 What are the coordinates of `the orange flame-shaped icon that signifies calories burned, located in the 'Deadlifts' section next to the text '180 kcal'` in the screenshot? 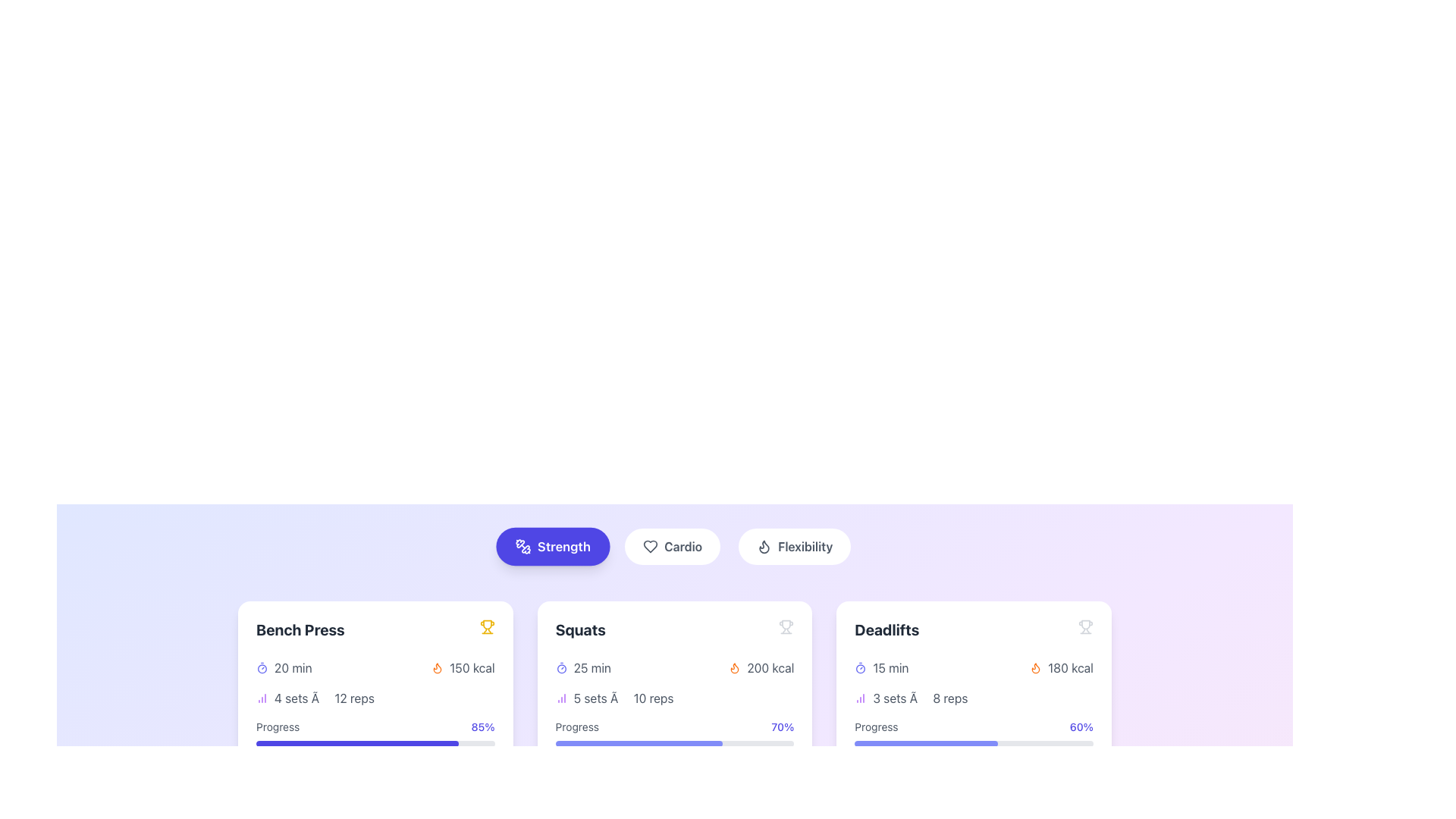 It's located at (1035, 667).